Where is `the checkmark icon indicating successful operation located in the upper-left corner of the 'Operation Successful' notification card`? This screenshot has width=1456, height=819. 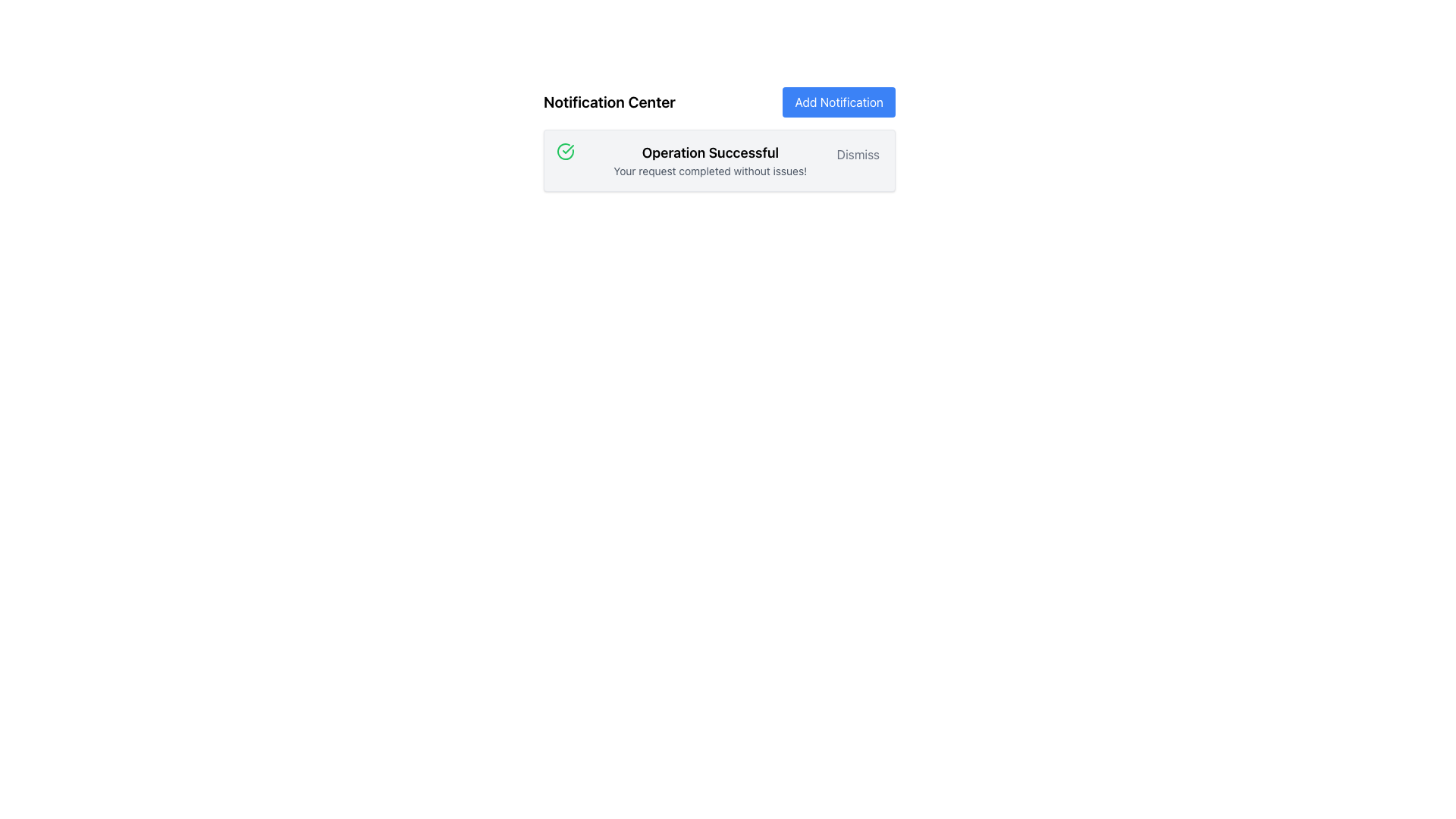 the checkmark icon indicating successful operation located in the upper-left corner of the 'Operation Successful' notification card is located at coordinates (567, 149).